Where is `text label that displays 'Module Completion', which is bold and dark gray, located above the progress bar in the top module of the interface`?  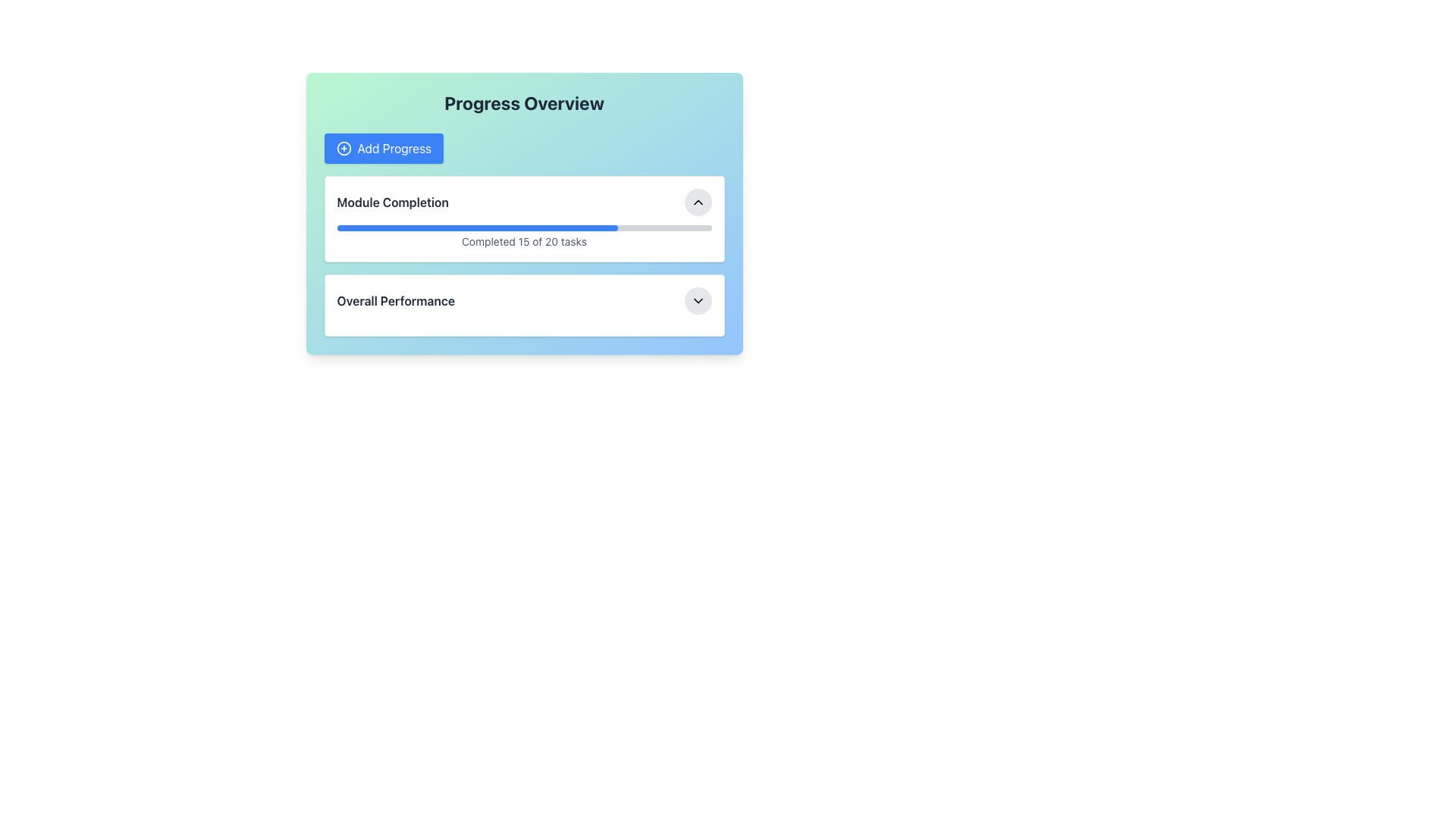
text label that displays 'Module Completion', which is bold and dark gray, located above the progress bar in the top module of the interface is located at coordinates (393, 201).